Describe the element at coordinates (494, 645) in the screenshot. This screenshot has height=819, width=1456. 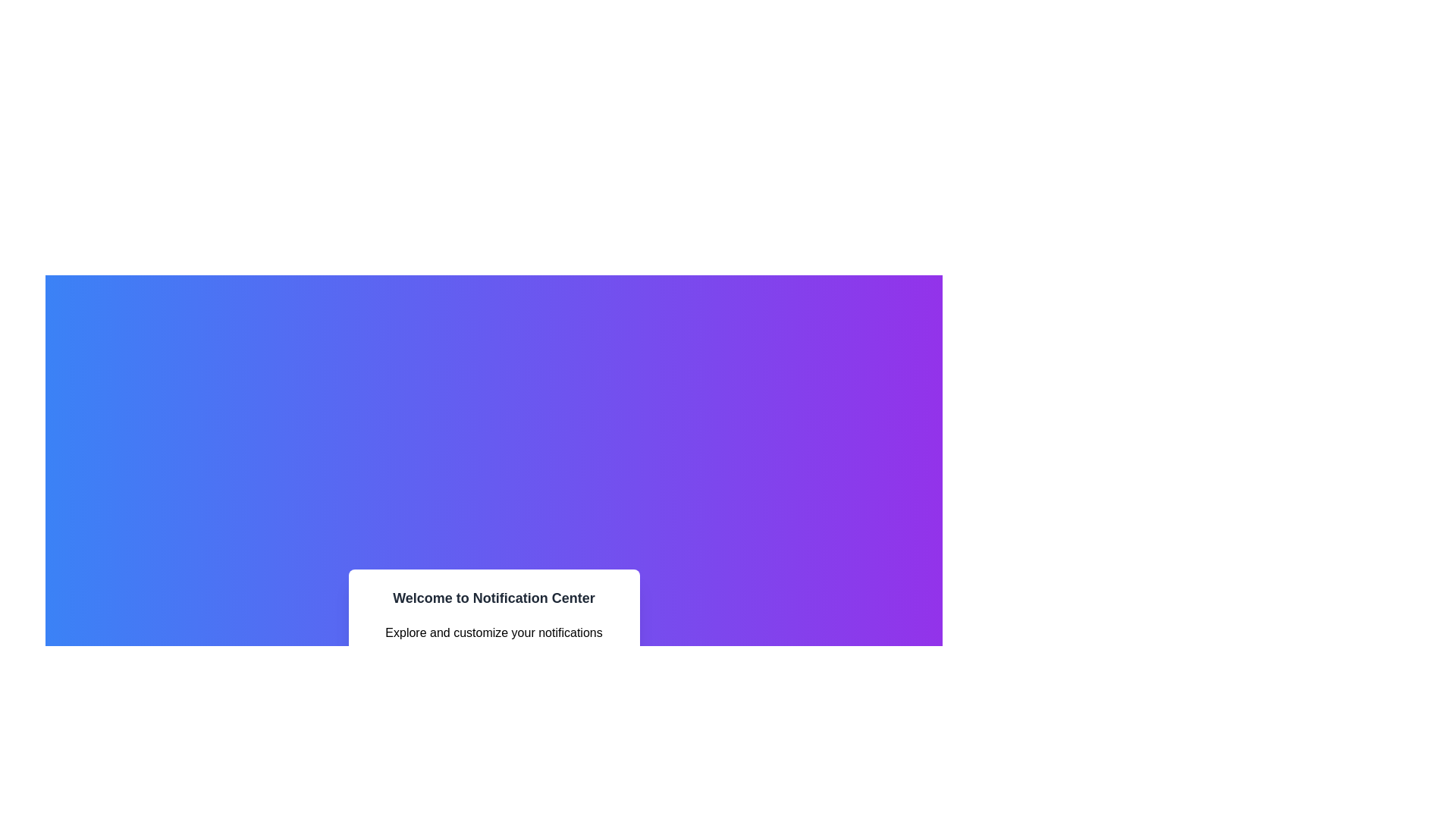
I see `title and description from the Informational Card, which has a white background with rounded corners and contains the title 'Welcome to Notification Center' in bold dark gray font, along with the description 'Explore and customize your notifications efficiently.'` at that location.